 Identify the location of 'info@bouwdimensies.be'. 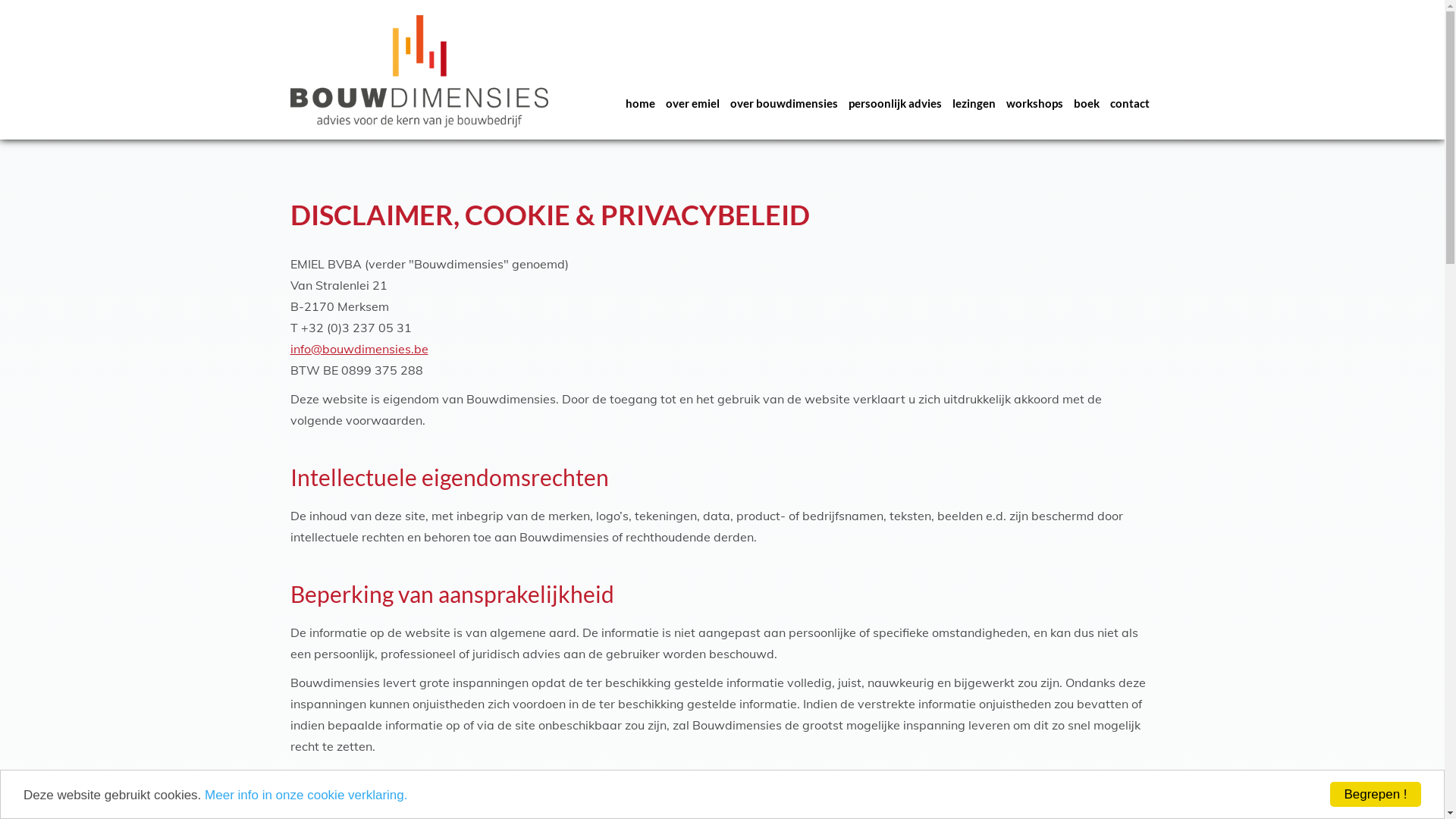
(358, 348).